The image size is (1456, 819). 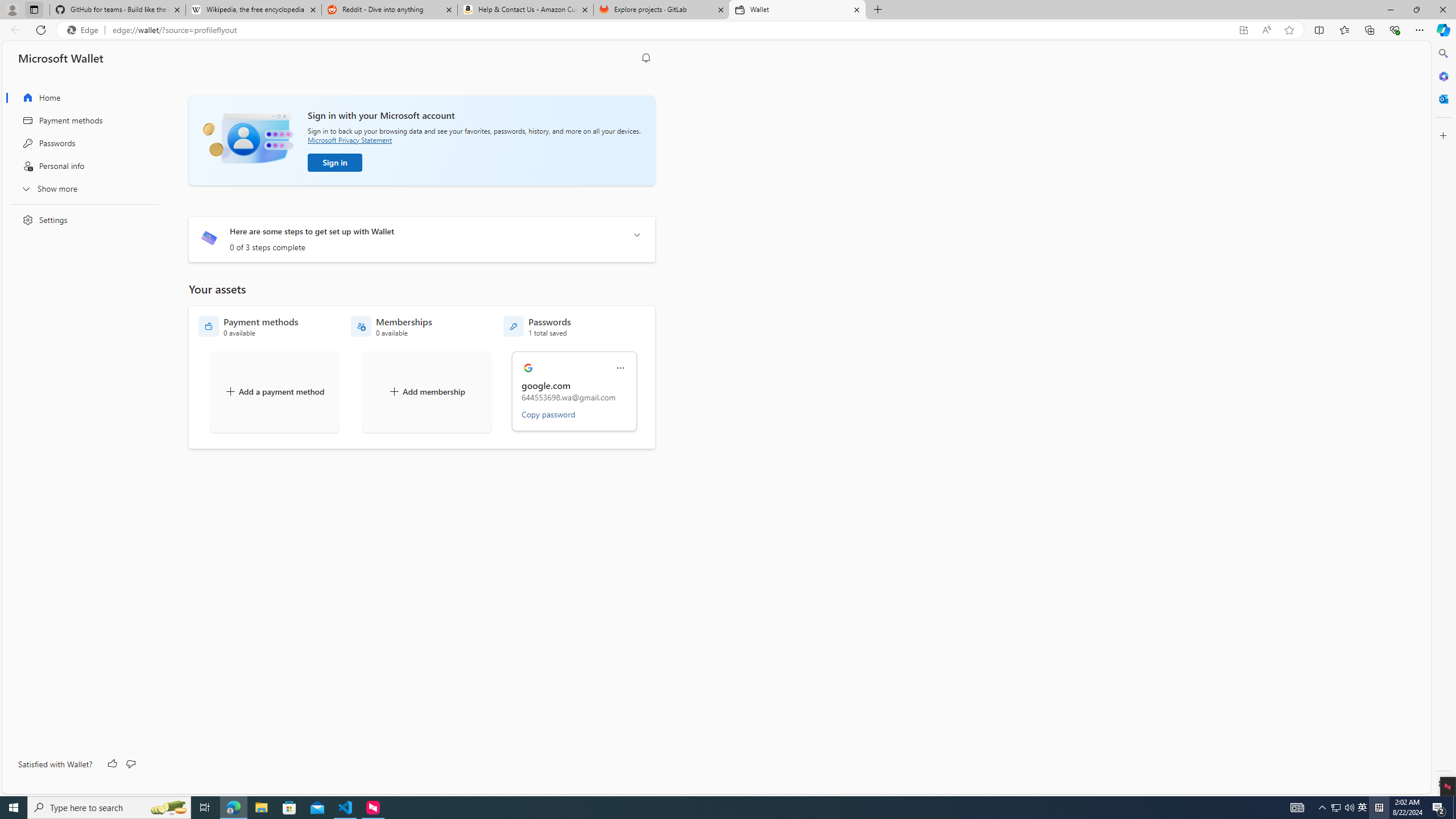 What do you see at coordinates (619, 368) in the screenshot?
I see `'More actions'` at bounding box center [619, 368].